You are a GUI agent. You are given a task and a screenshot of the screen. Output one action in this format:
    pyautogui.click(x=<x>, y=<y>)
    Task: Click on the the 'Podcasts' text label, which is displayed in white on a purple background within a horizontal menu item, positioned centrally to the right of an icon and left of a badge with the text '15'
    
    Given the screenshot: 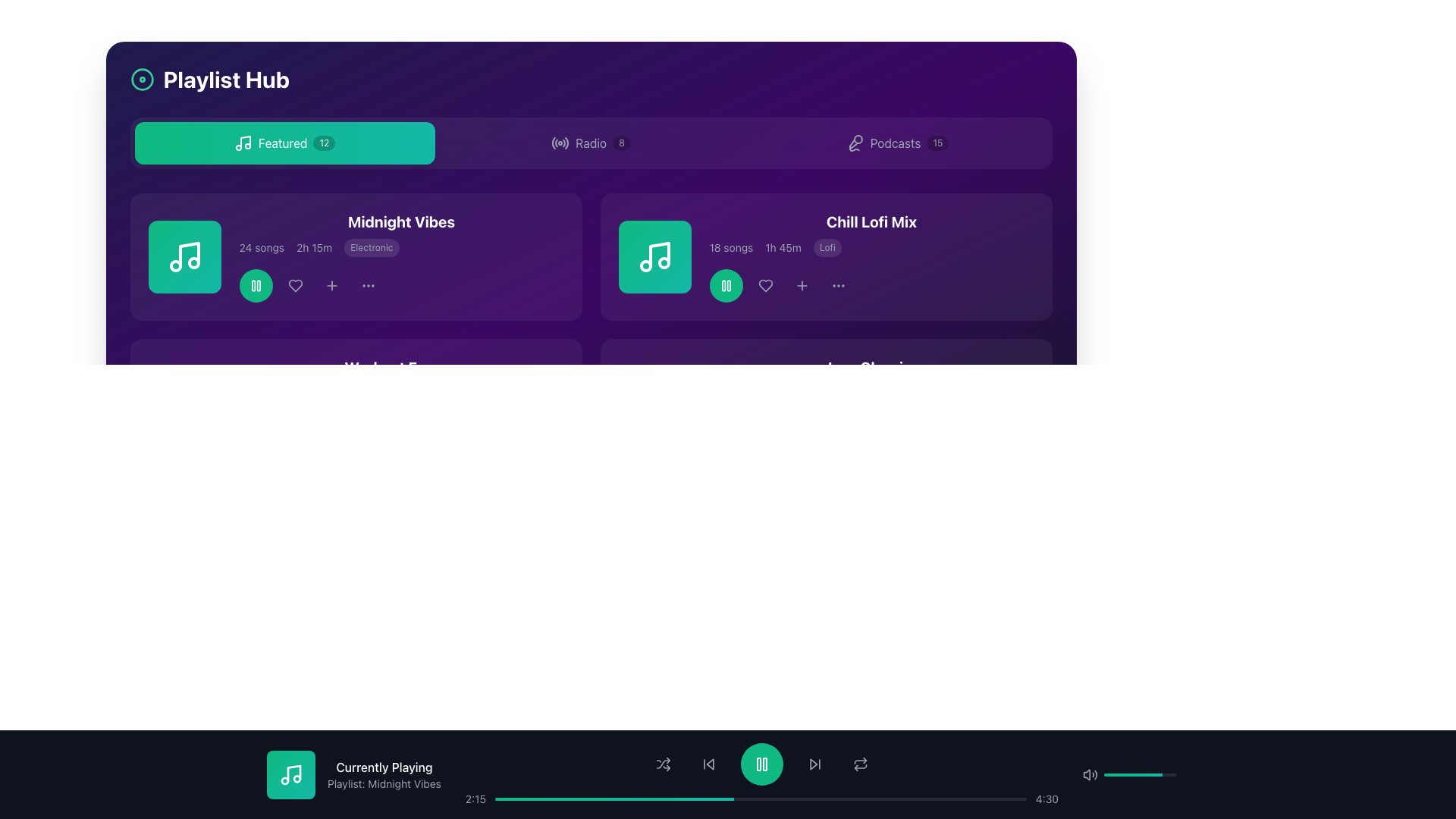 What is the action you would take?
    pyautogui.click(x=895, y=143)
    